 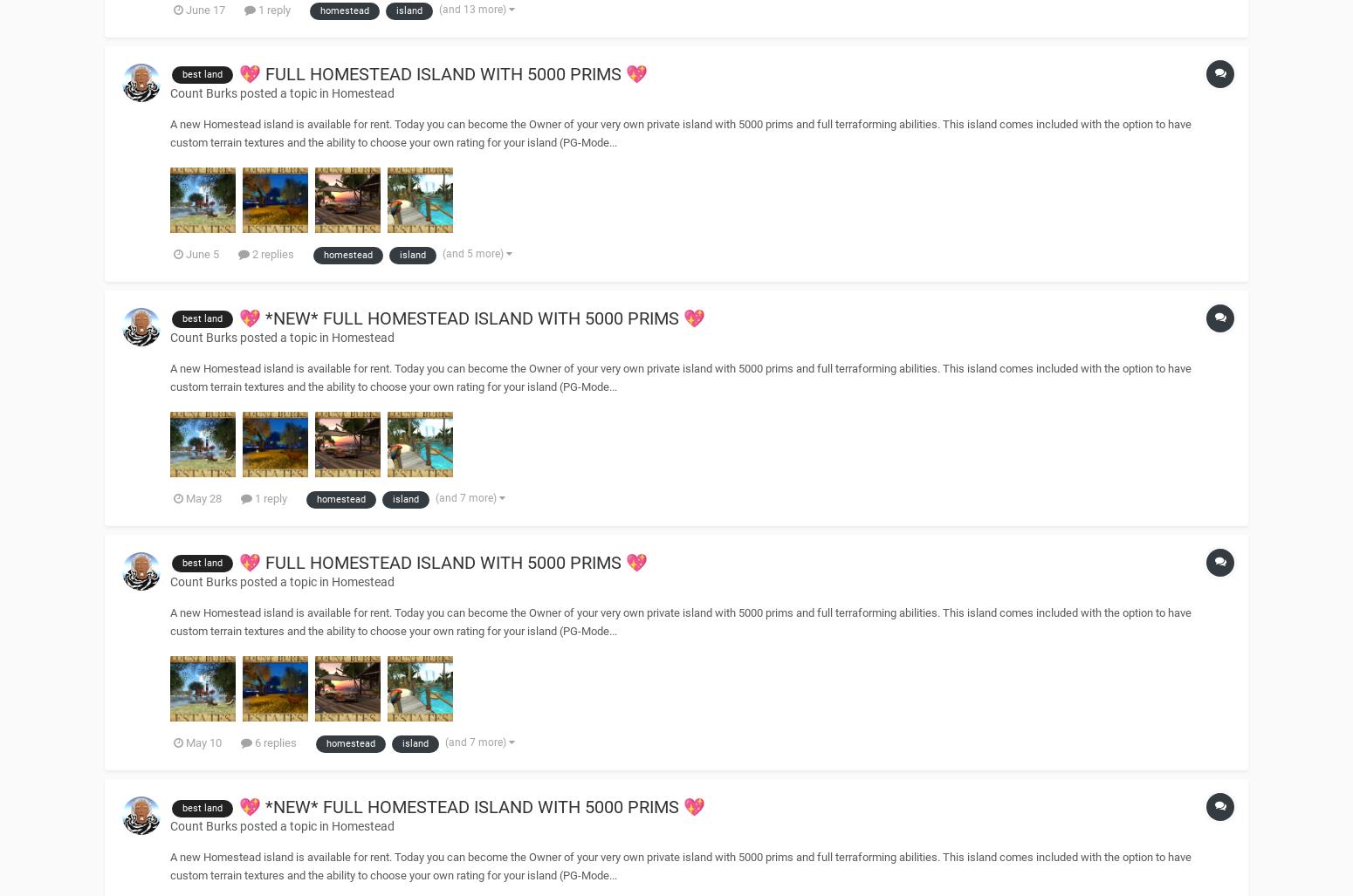 I want to click on '(and 13 more)', so click(x=472, y=8).